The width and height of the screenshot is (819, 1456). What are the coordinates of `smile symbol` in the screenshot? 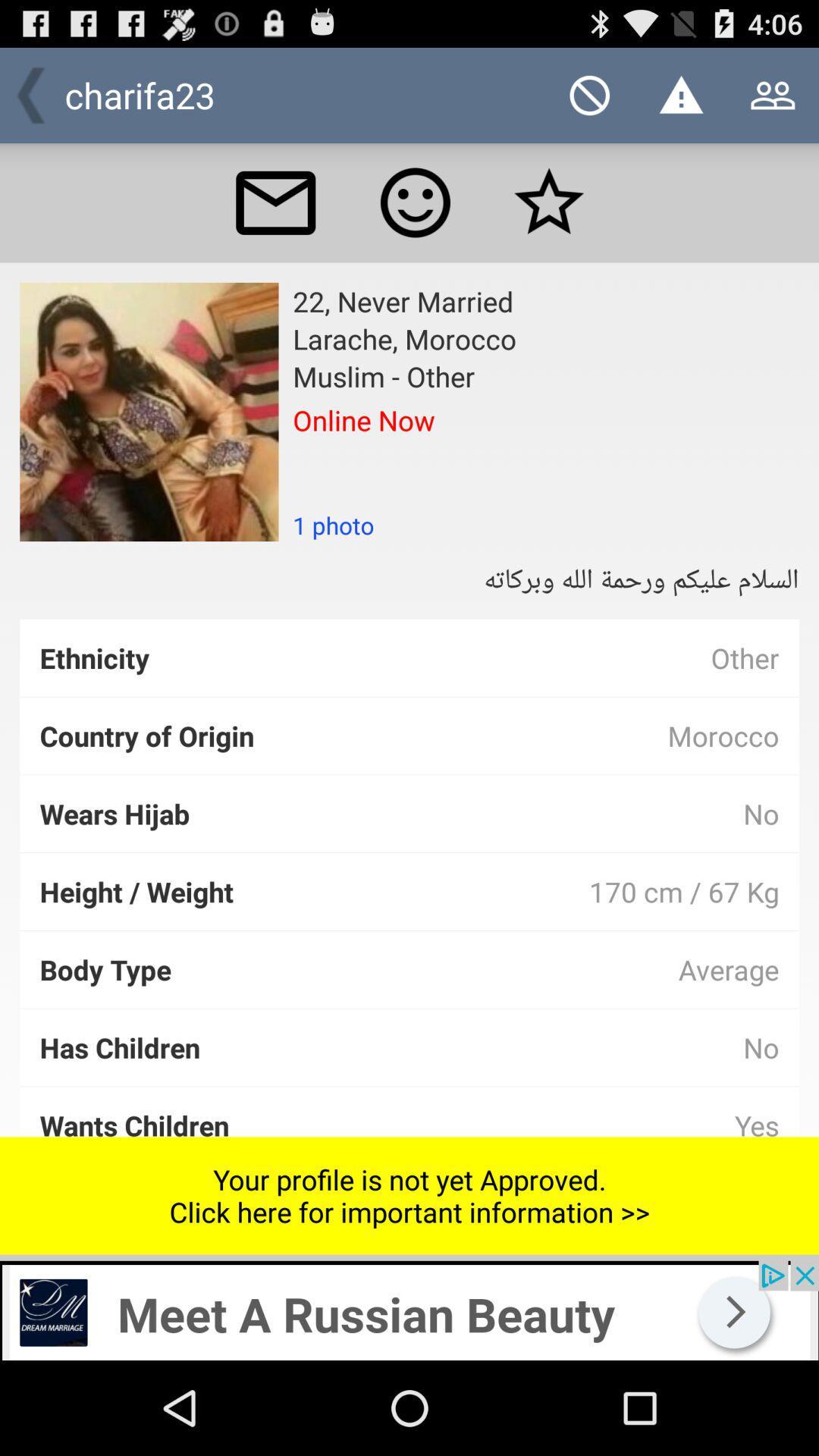 It's located at (415, 202).